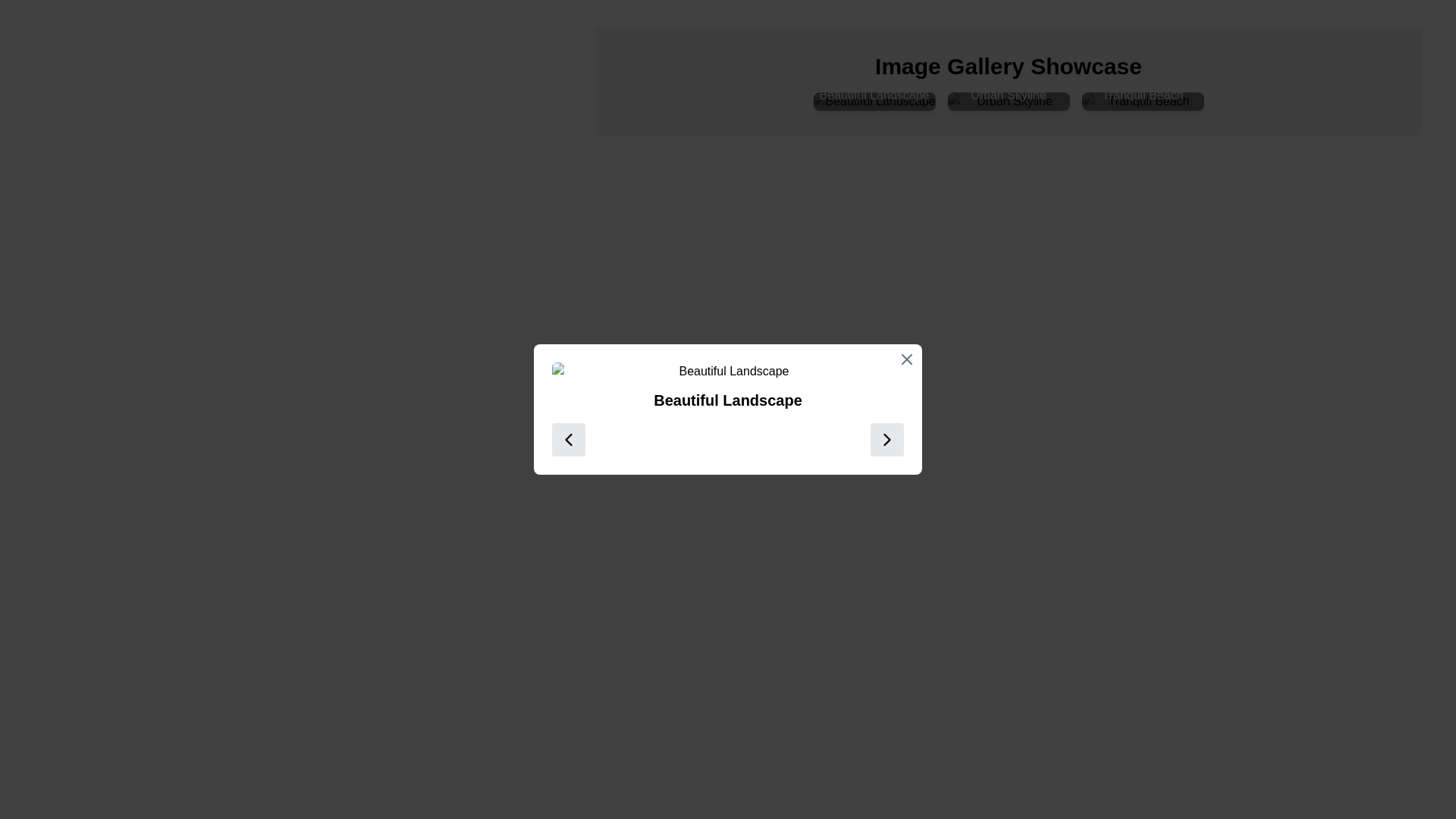 The width and height of the screenshot is (1456, 819). I want to click on the Close button icon, which is a small slanted cross located in the top-right corner of the modal dialog above the text 'Beautiful Landscape', so click(906, 359).